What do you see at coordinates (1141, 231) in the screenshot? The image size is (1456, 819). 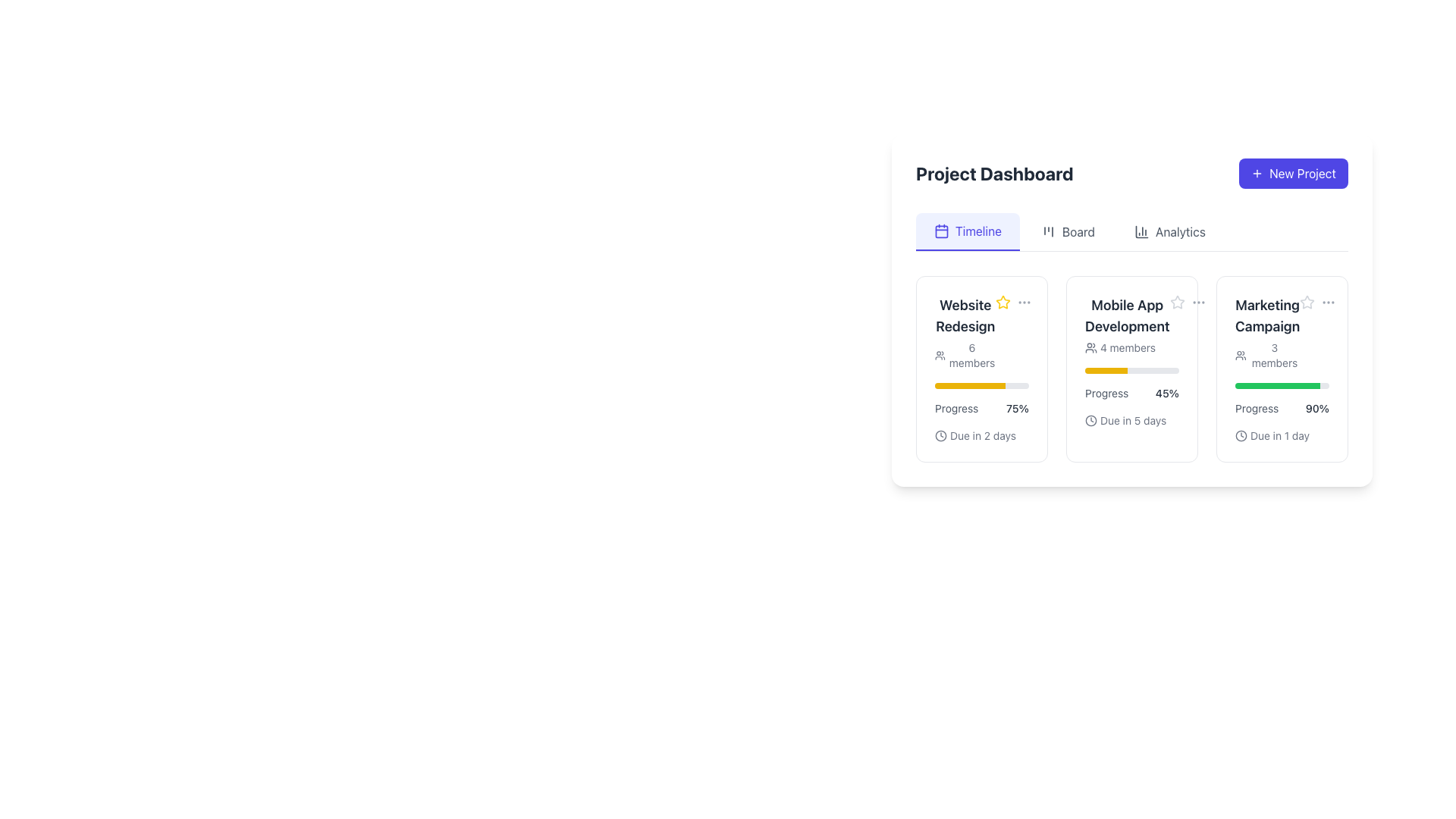 I see `the column chart icon located in the navigation menu, which is styled with thin black stroke lines and is situated to the left of the 'Analytics' label` at bounding box center [1141, 231].